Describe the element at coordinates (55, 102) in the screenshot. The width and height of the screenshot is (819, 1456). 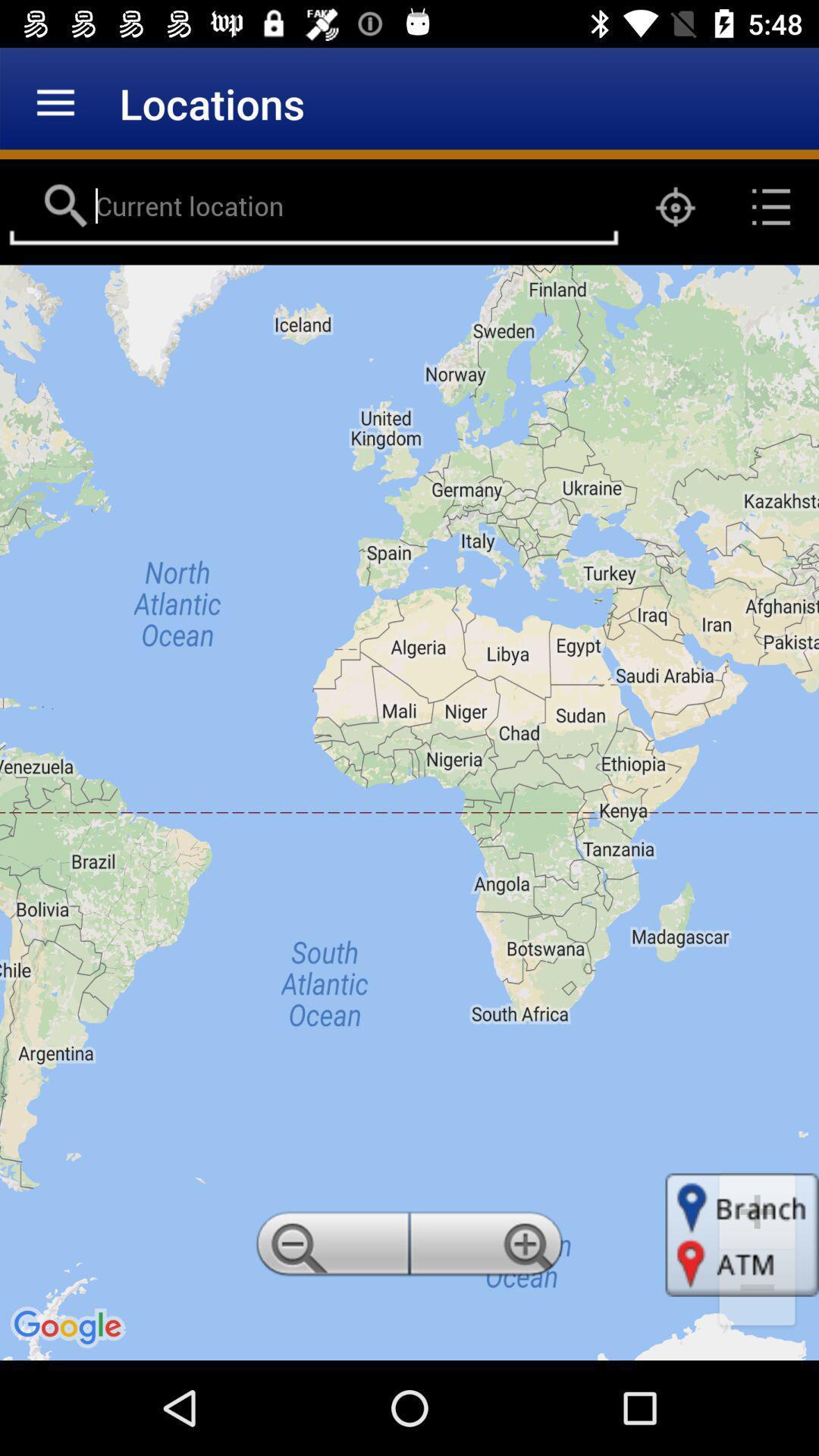
I see `item next to the locations item` at that location.